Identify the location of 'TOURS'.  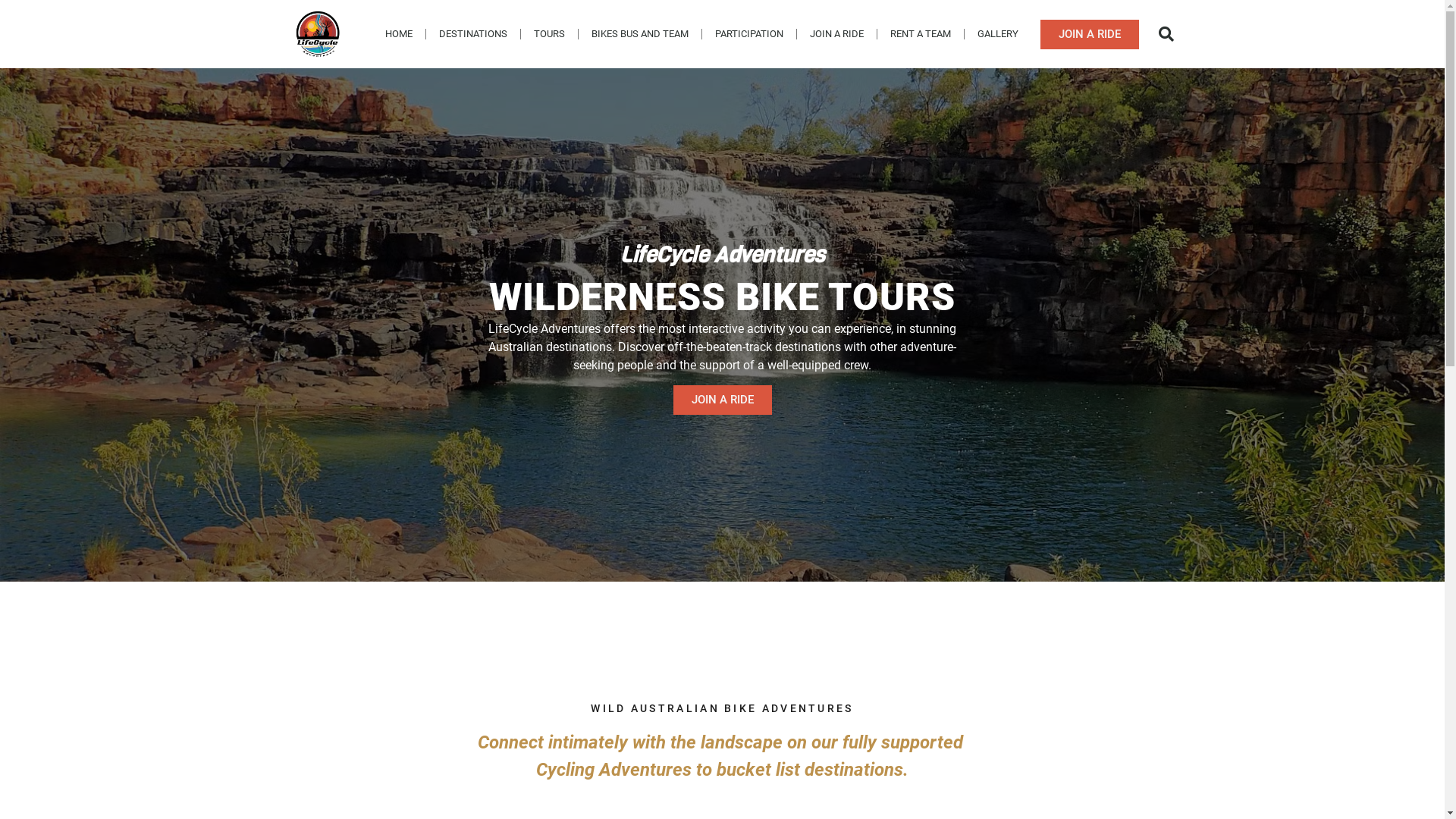
(520, 34).